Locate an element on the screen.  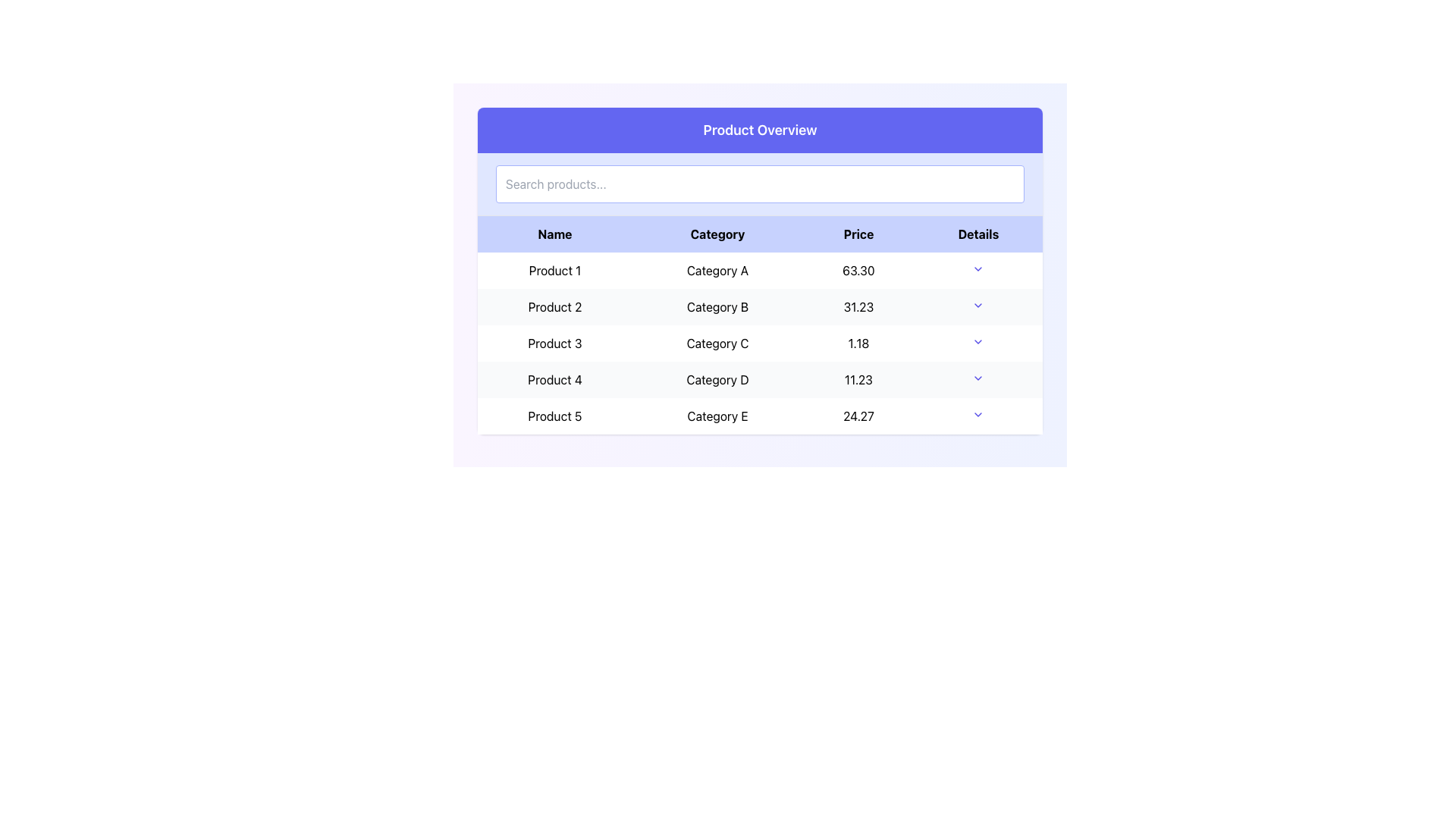
the static text block displaying the value '1.18' in the 'Price' column of the table for 'Product 3' is located at coordinates (858, 343).